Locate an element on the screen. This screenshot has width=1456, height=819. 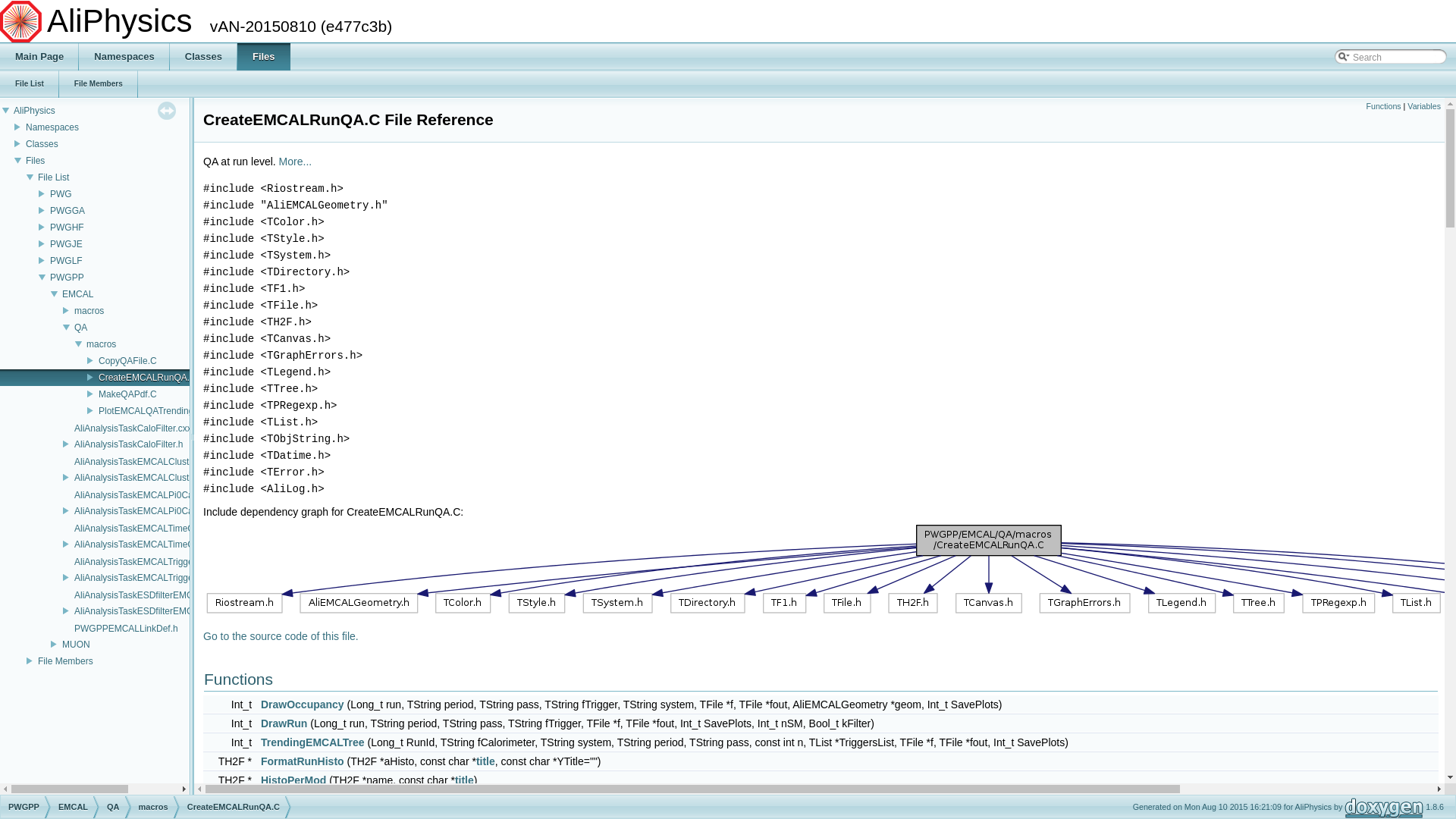
'AliPhysics' is located at coordinates (11, 110).